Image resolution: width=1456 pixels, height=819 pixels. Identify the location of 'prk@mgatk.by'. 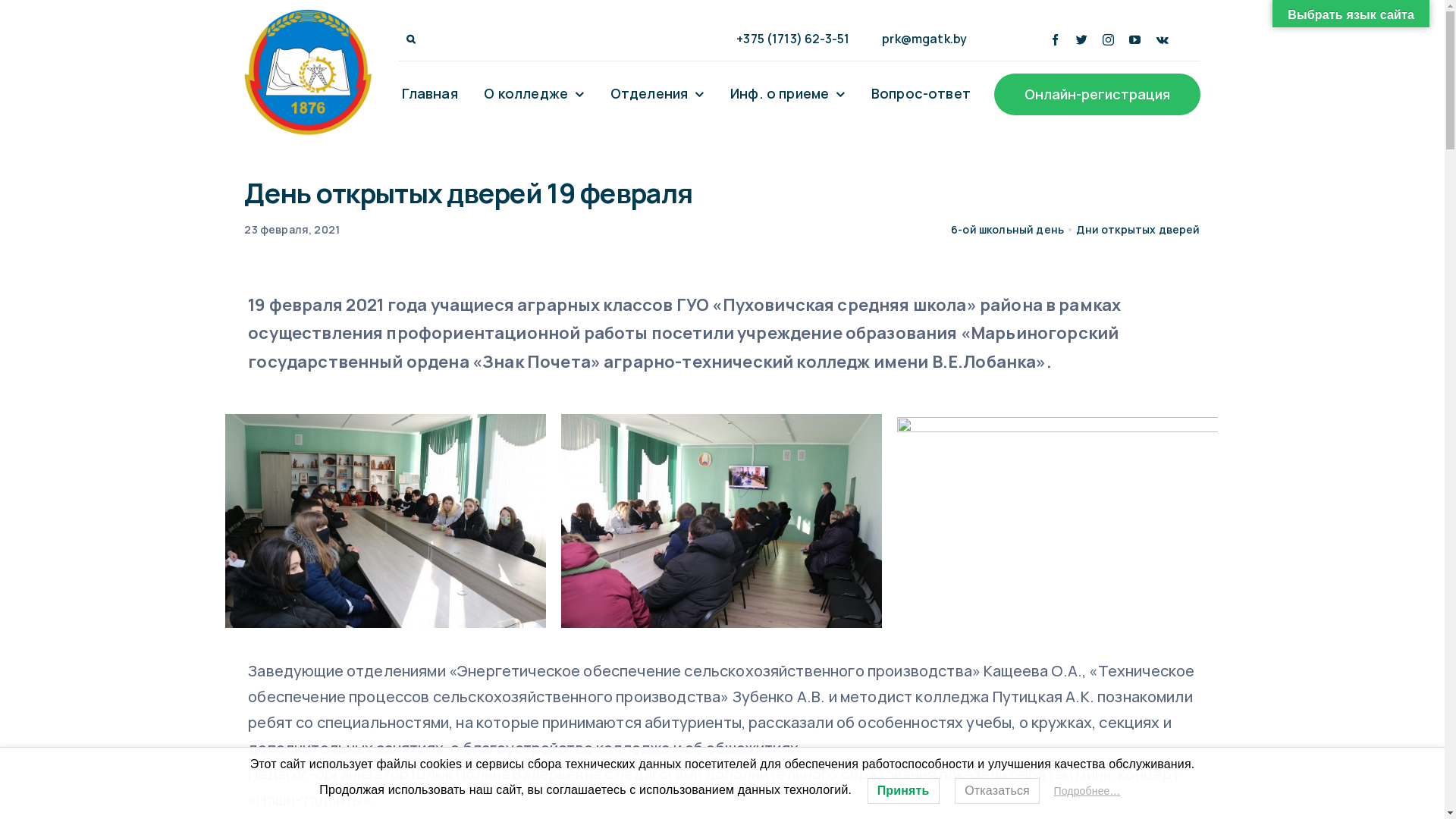
(917, 38).